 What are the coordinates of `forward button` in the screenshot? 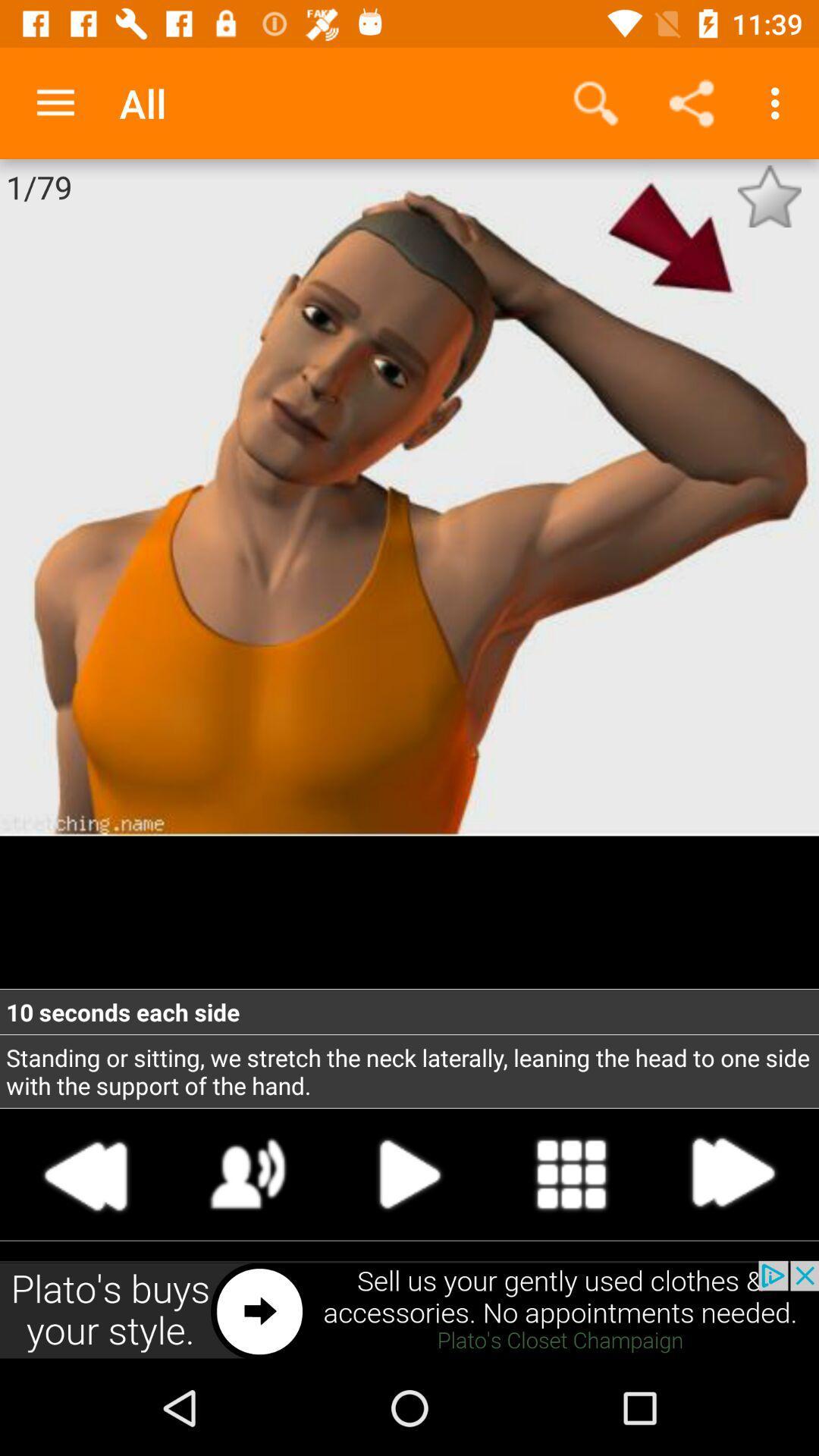 It's located at (731, 1174).